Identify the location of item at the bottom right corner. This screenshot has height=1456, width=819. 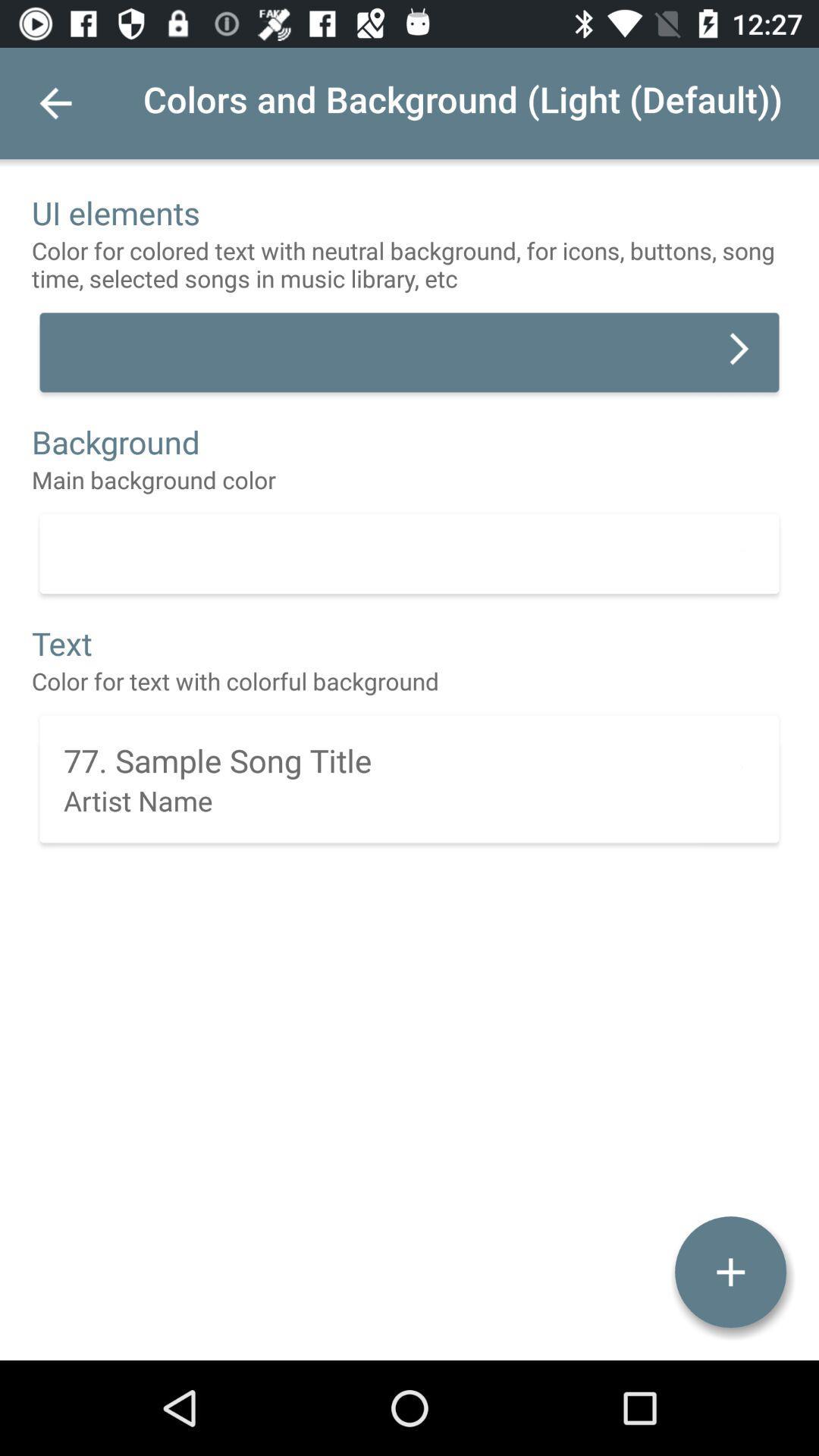
(730, 1272).